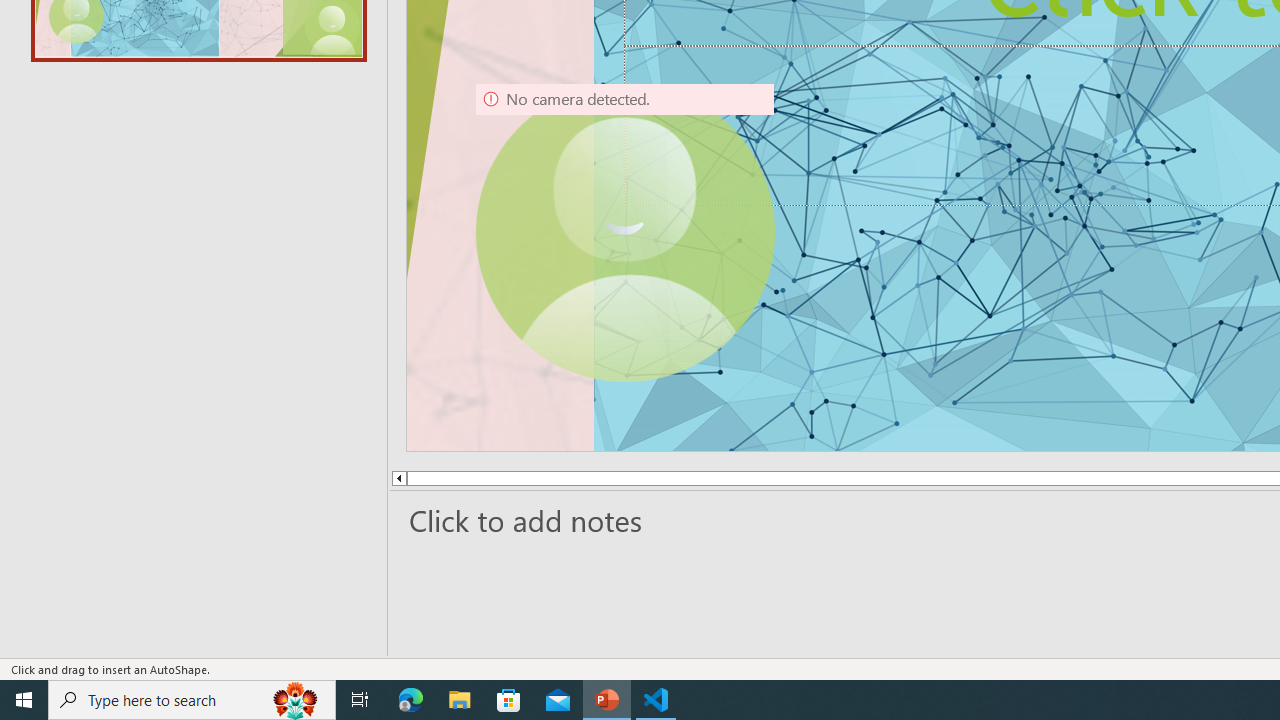  I want to click on 'Camera 9, No camera detected.', so click(623, 231).